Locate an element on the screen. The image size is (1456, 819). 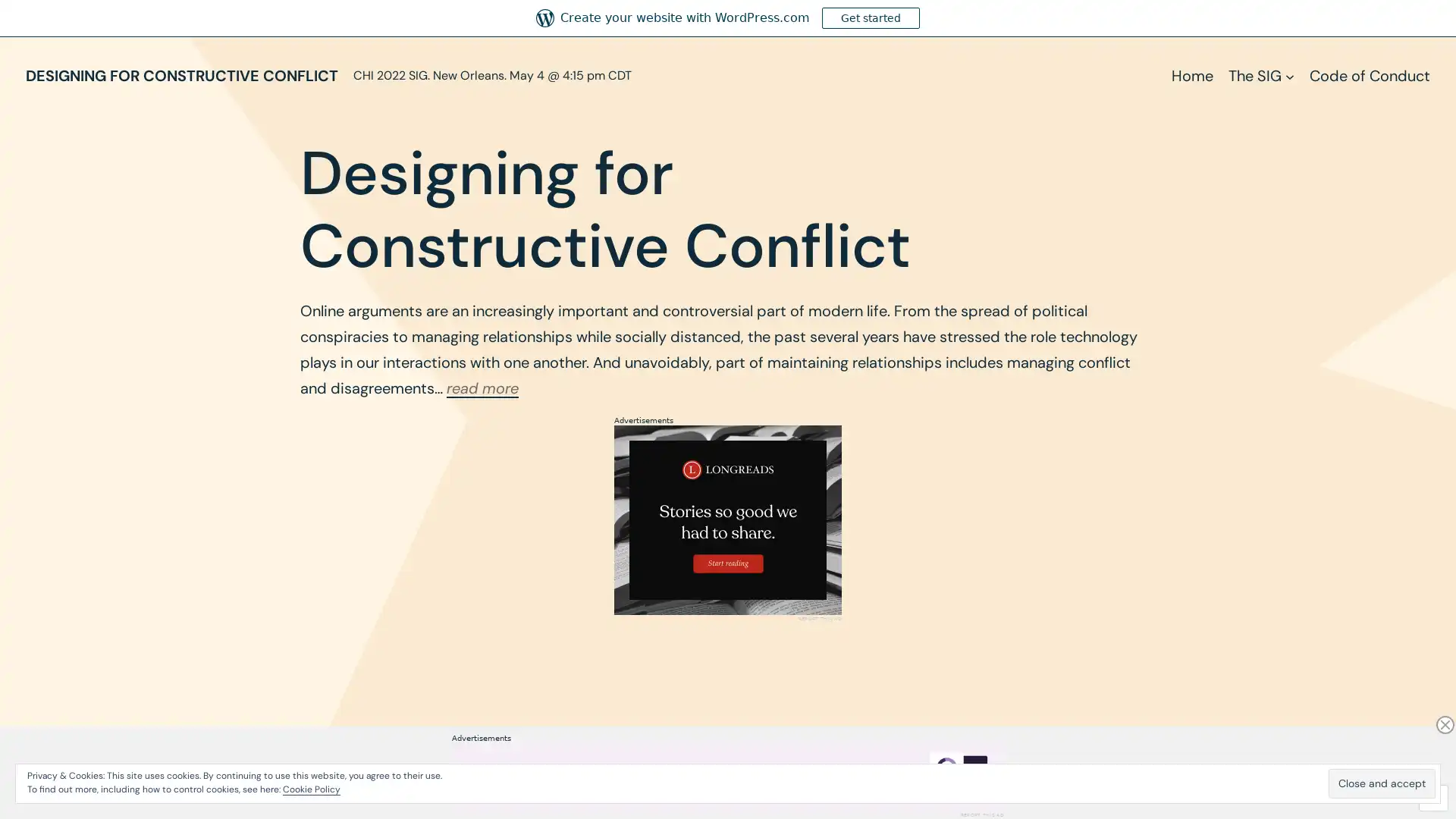
The SIG submenu is located at coordinates (1288, 76).